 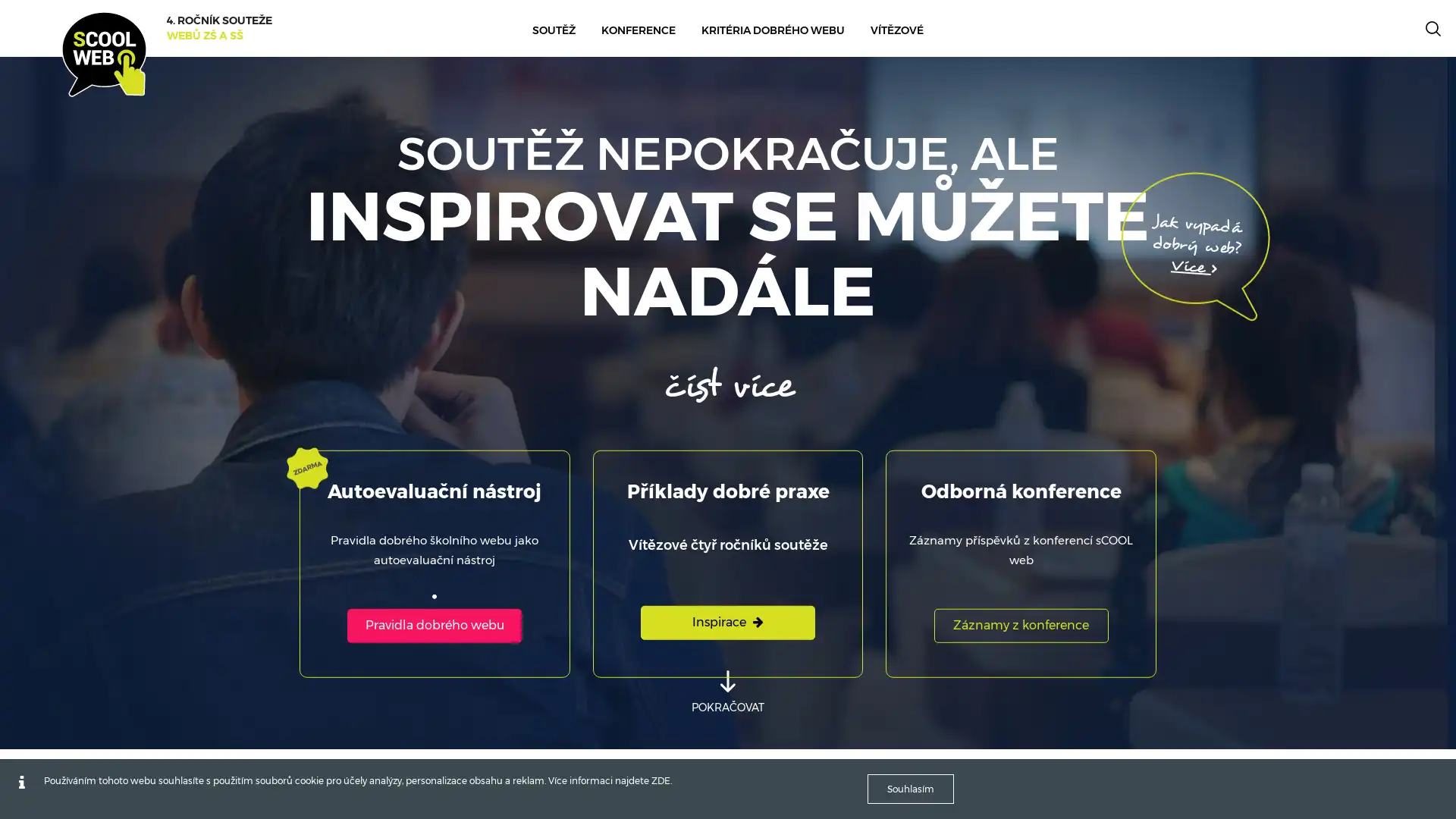 I want to click on Zaznamy z konference, so click(x=1020, y=625).